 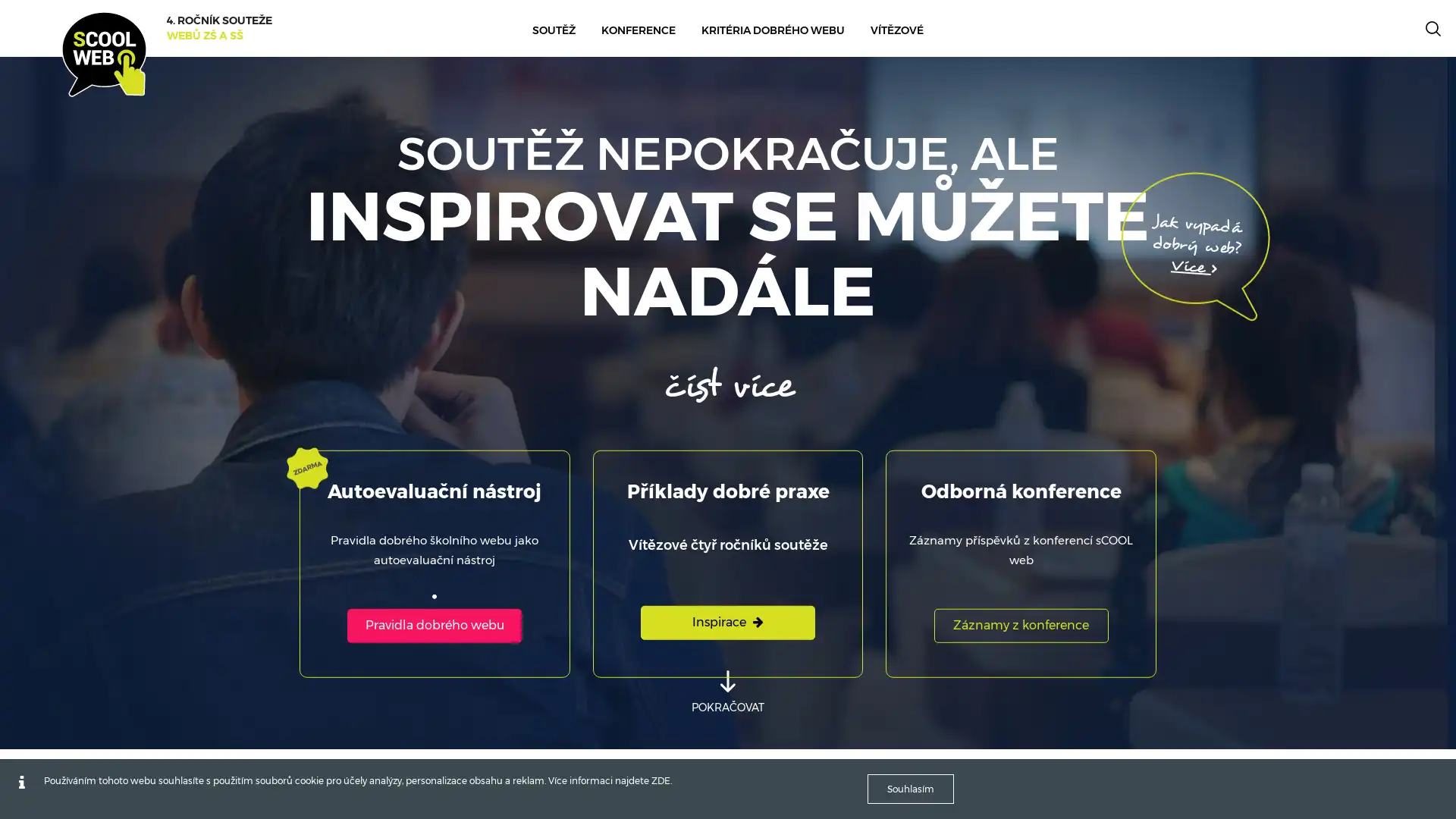 I want to click on Zaznamy z konference, so click(x=1020, y=625).